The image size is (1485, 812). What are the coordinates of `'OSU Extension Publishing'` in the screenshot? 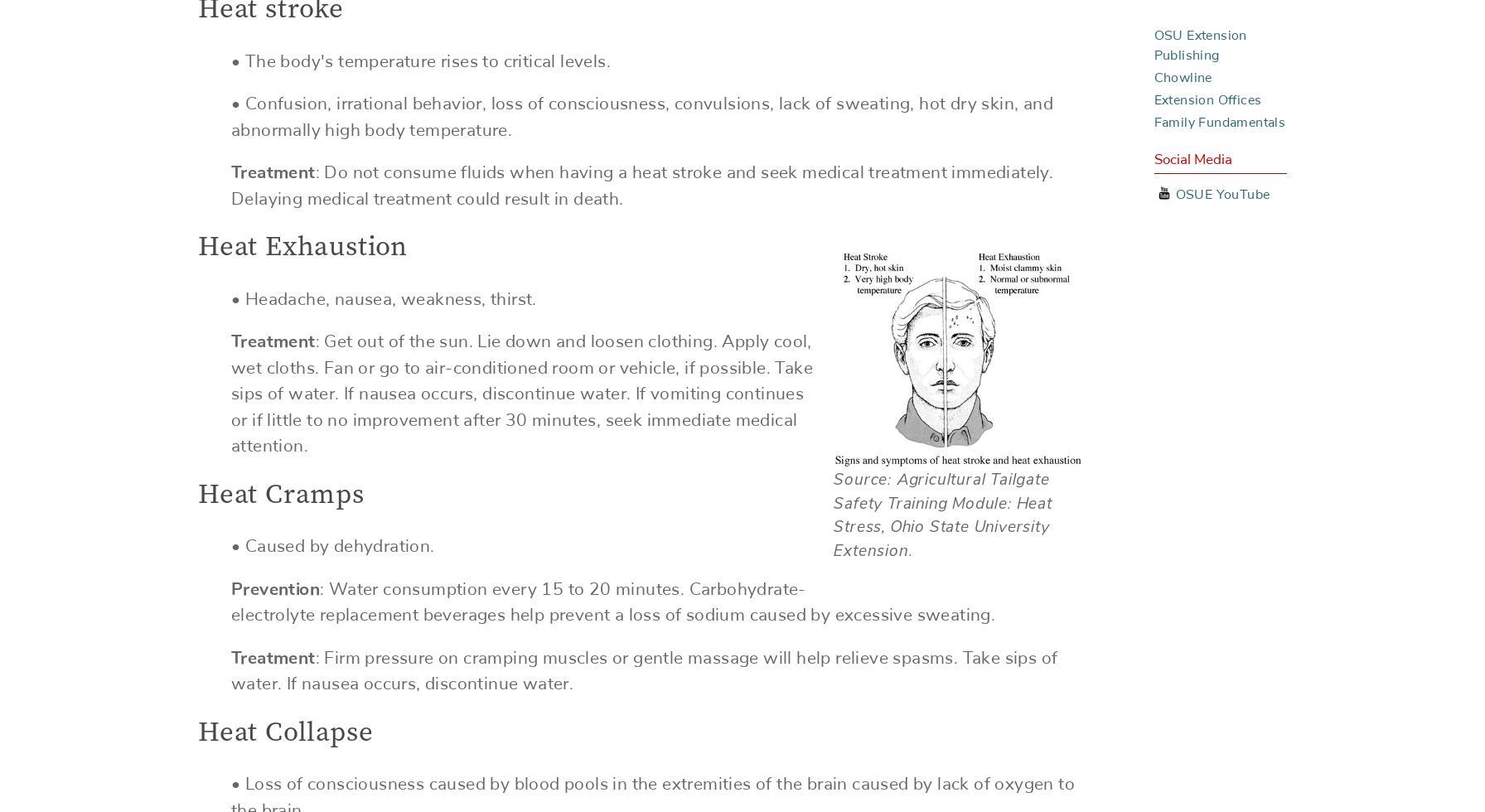 It's located at (1199, 44).